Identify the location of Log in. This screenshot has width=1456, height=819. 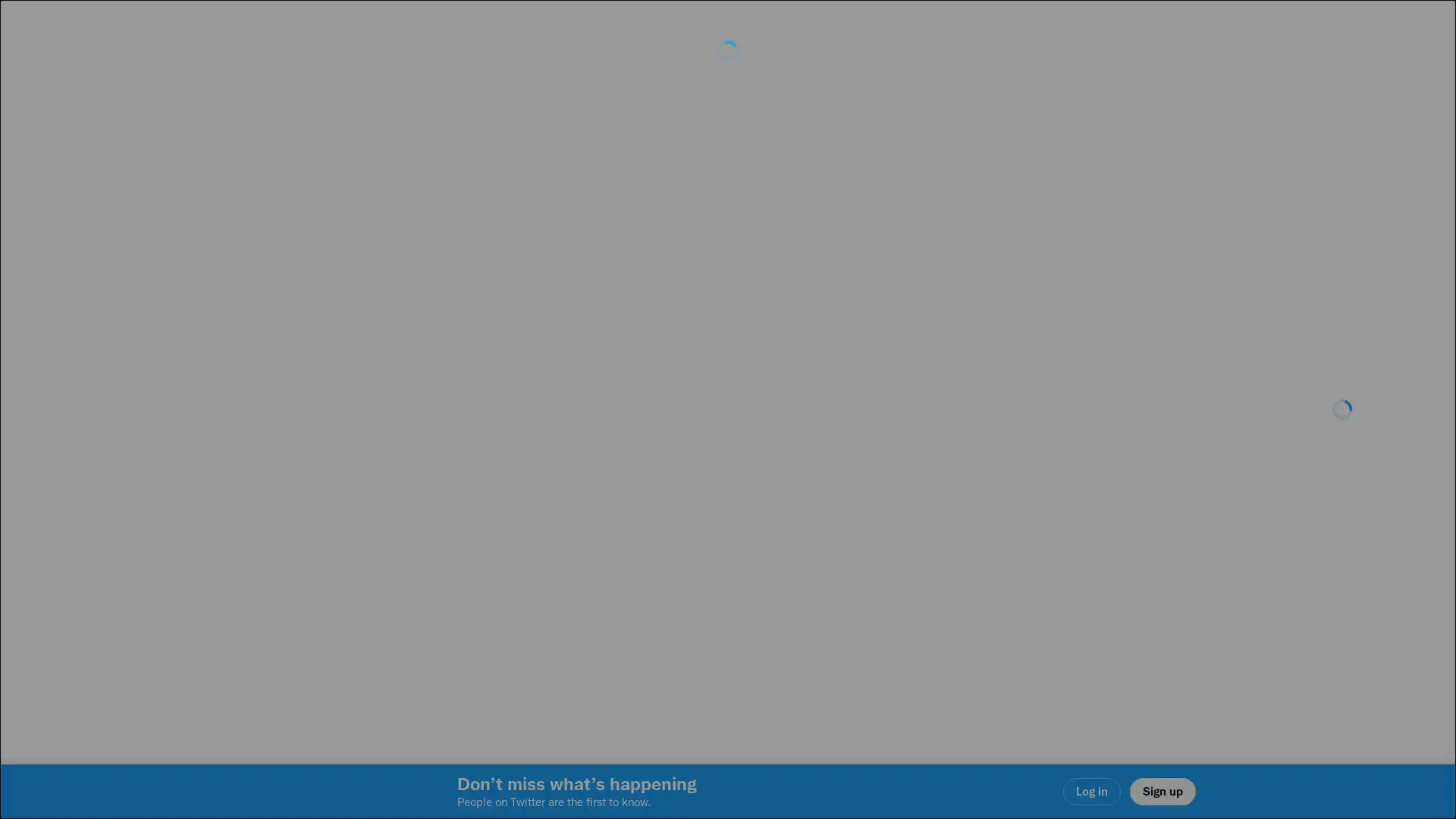
(910, 516).